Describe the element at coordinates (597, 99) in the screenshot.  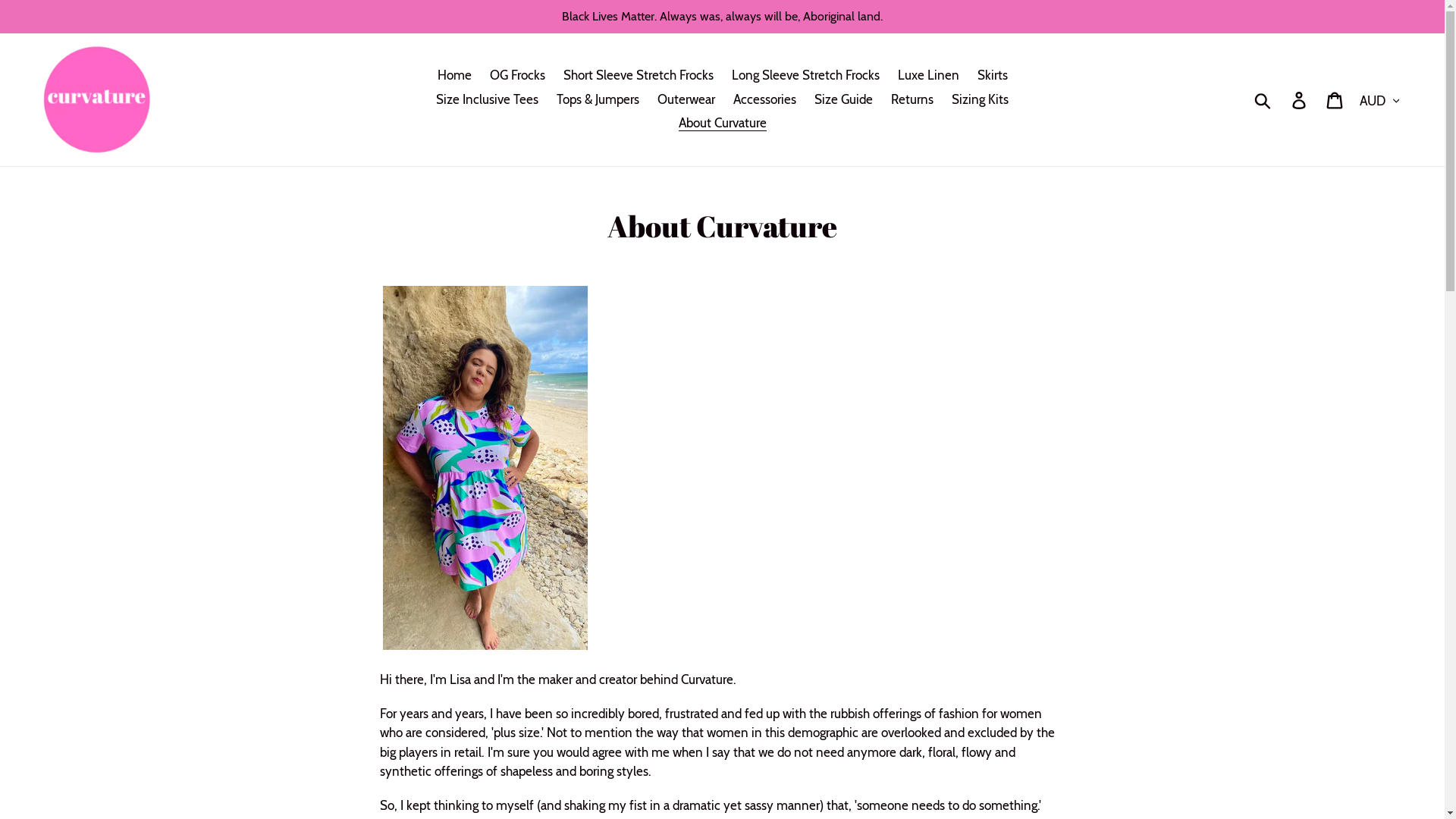
I see `'Tops & Jumpers'` at that location.